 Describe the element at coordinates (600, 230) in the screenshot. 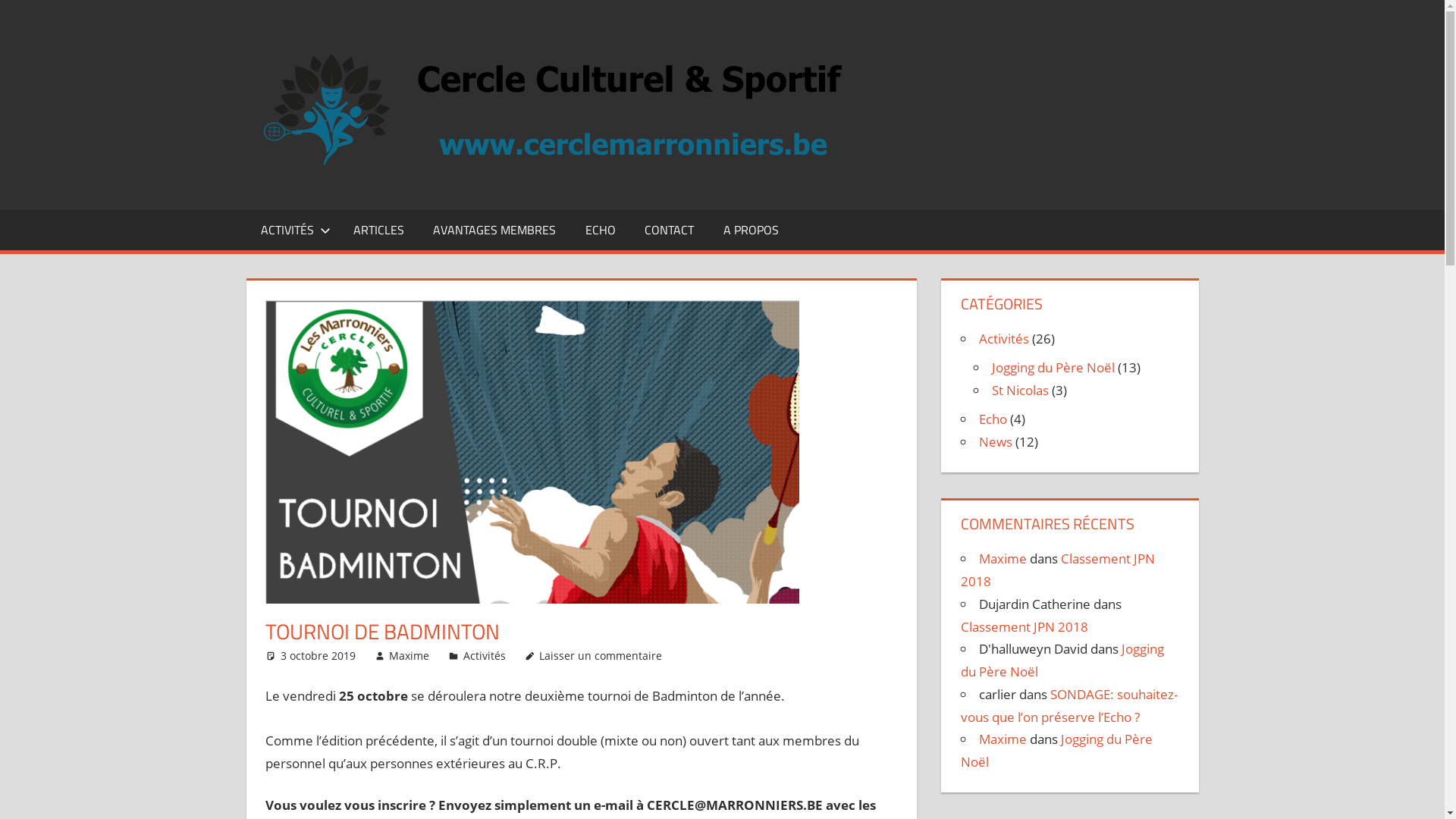

I see `'ECHO'` at that location.